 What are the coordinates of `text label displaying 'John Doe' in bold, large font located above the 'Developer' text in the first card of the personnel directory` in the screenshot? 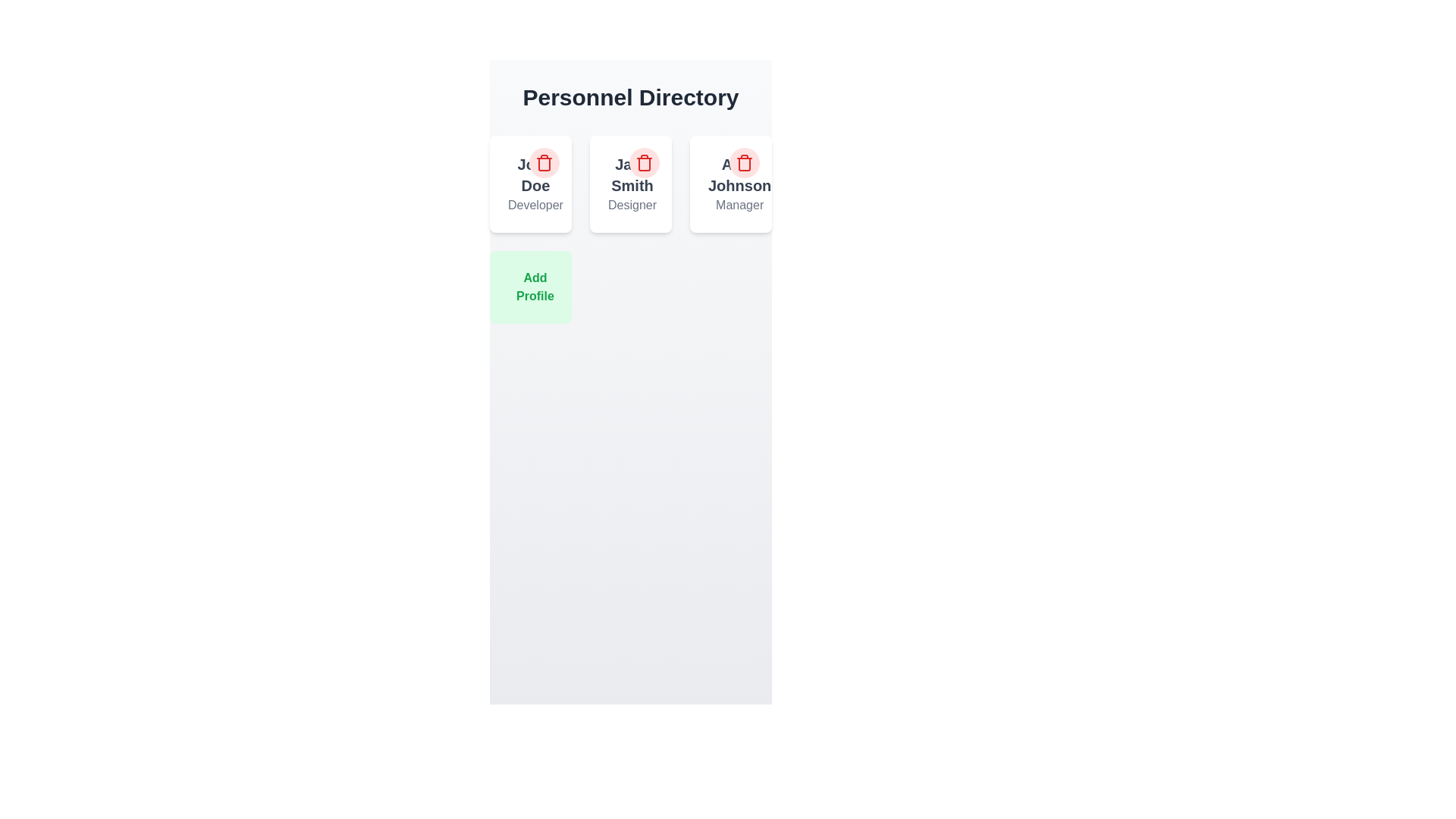 It's located at (535, 174).